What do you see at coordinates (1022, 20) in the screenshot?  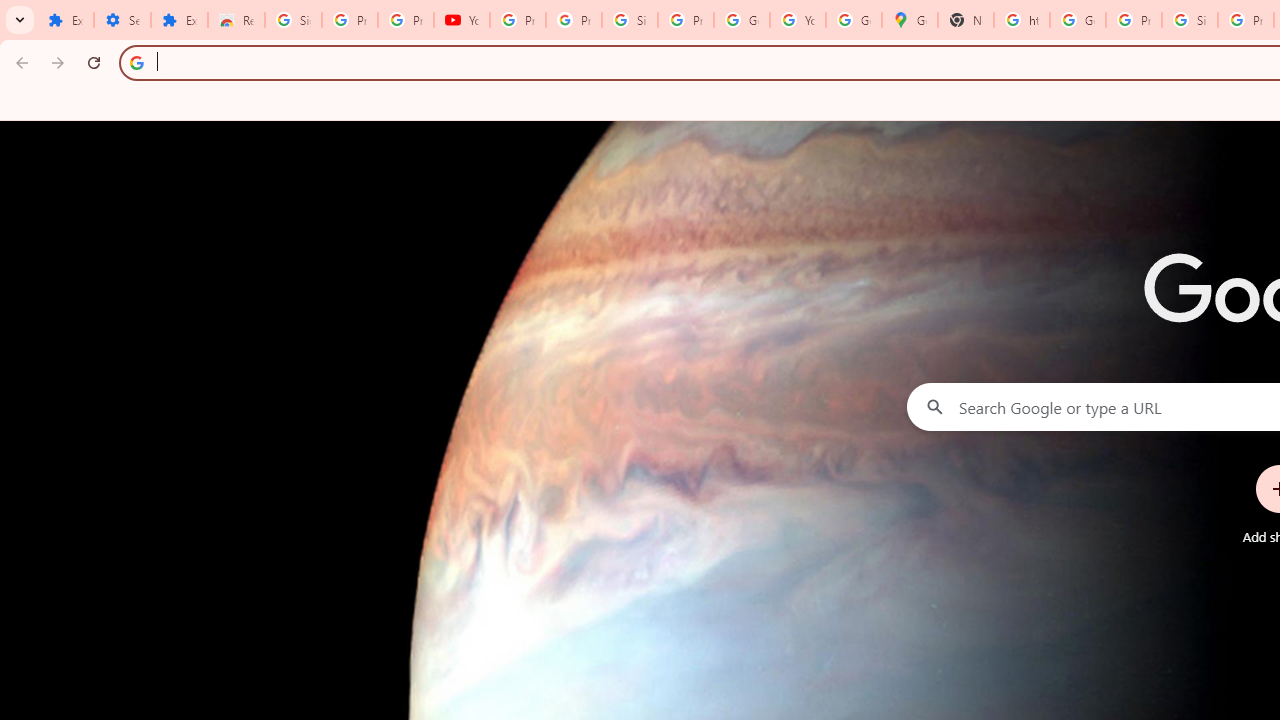 I see `'https://scholar.google.com/'` at bounding box center [1022, 20].